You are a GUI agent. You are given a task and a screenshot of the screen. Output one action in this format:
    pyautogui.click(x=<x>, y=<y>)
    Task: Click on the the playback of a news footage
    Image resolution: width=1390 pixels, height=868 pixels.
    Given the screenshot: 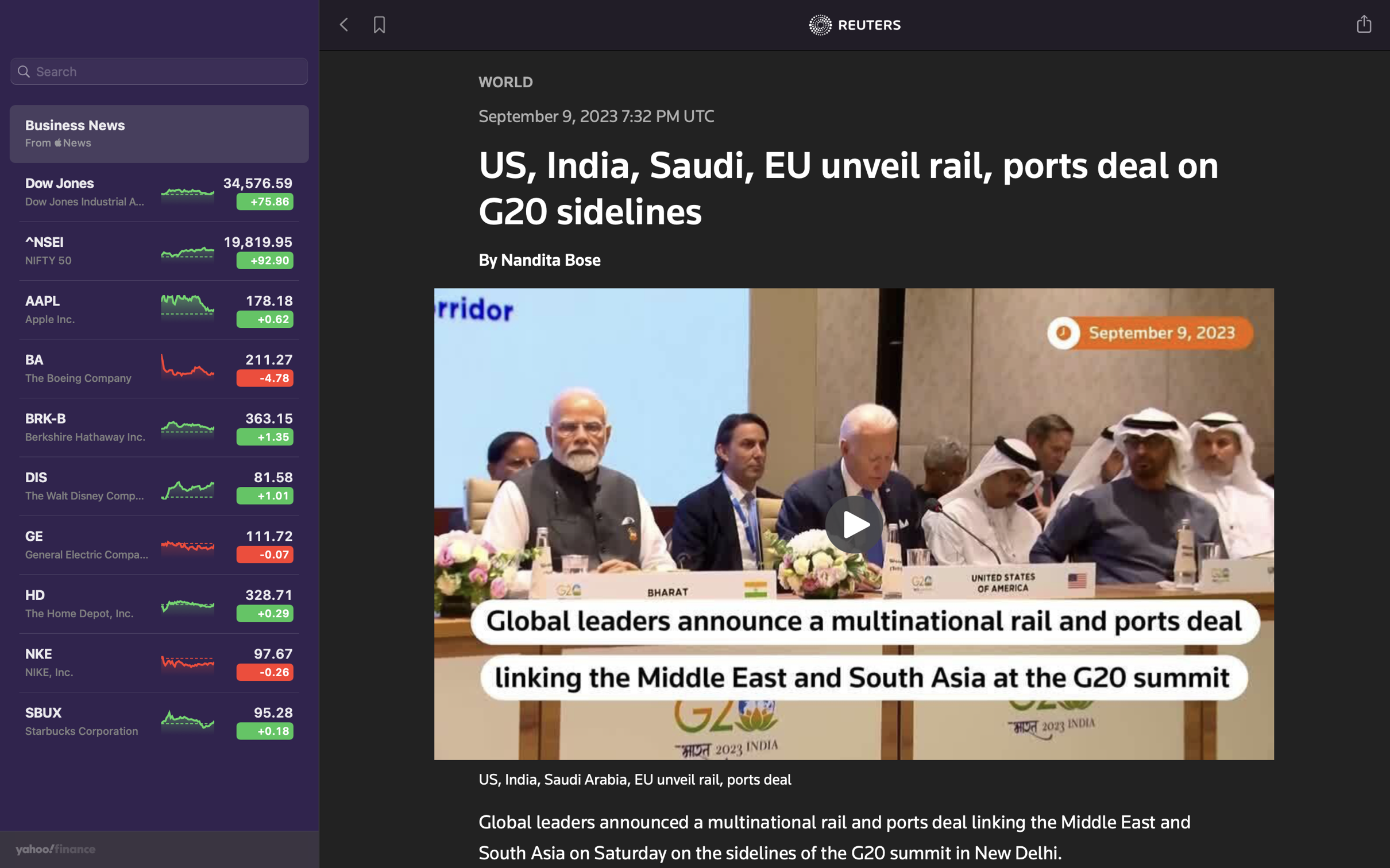 What is the action you would take?
    pyautogui.click(x=855, y=522)
    